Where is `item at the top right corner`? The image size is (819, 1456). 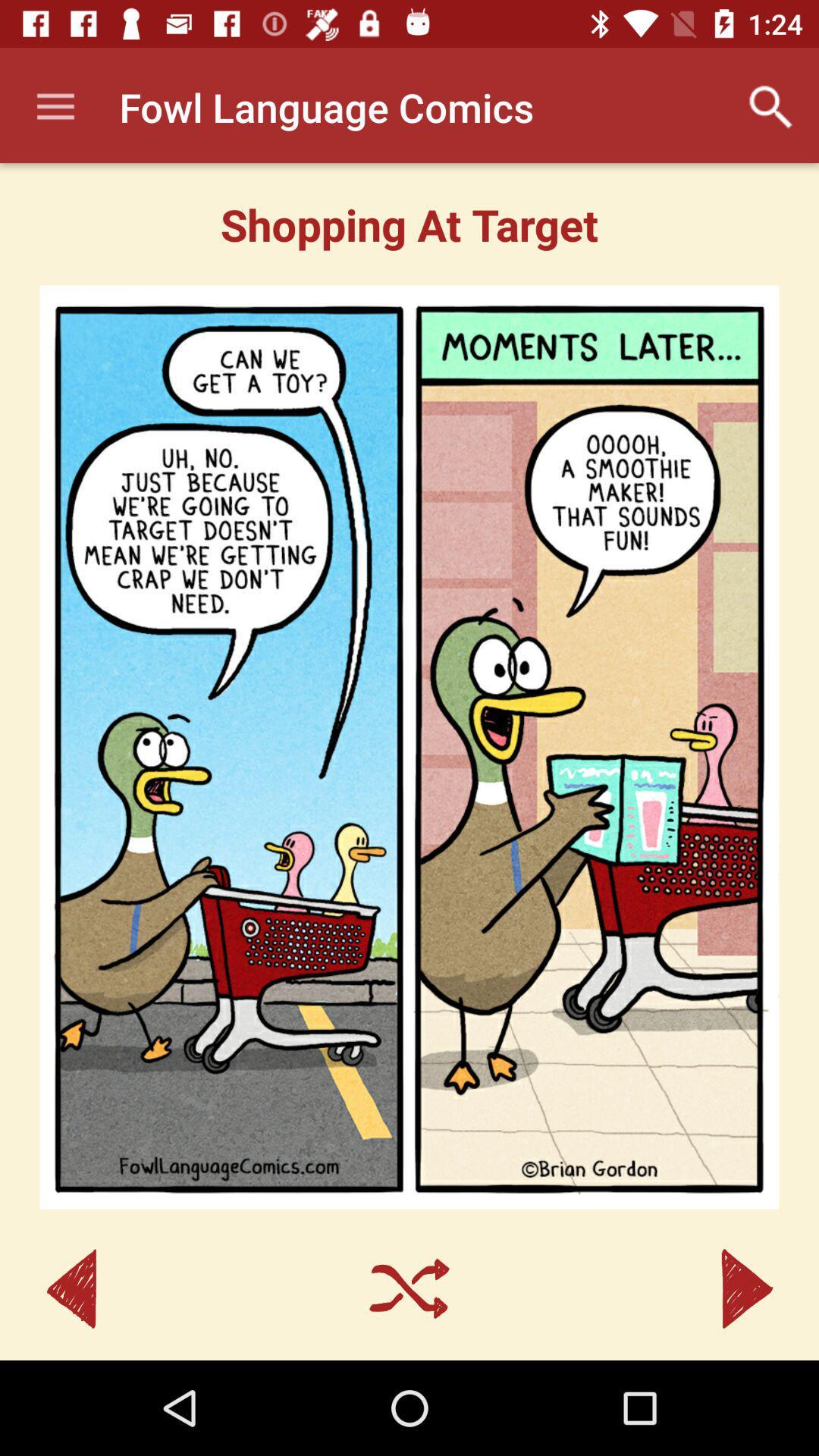
item at the top right corner is located at coordinates (771, 106).